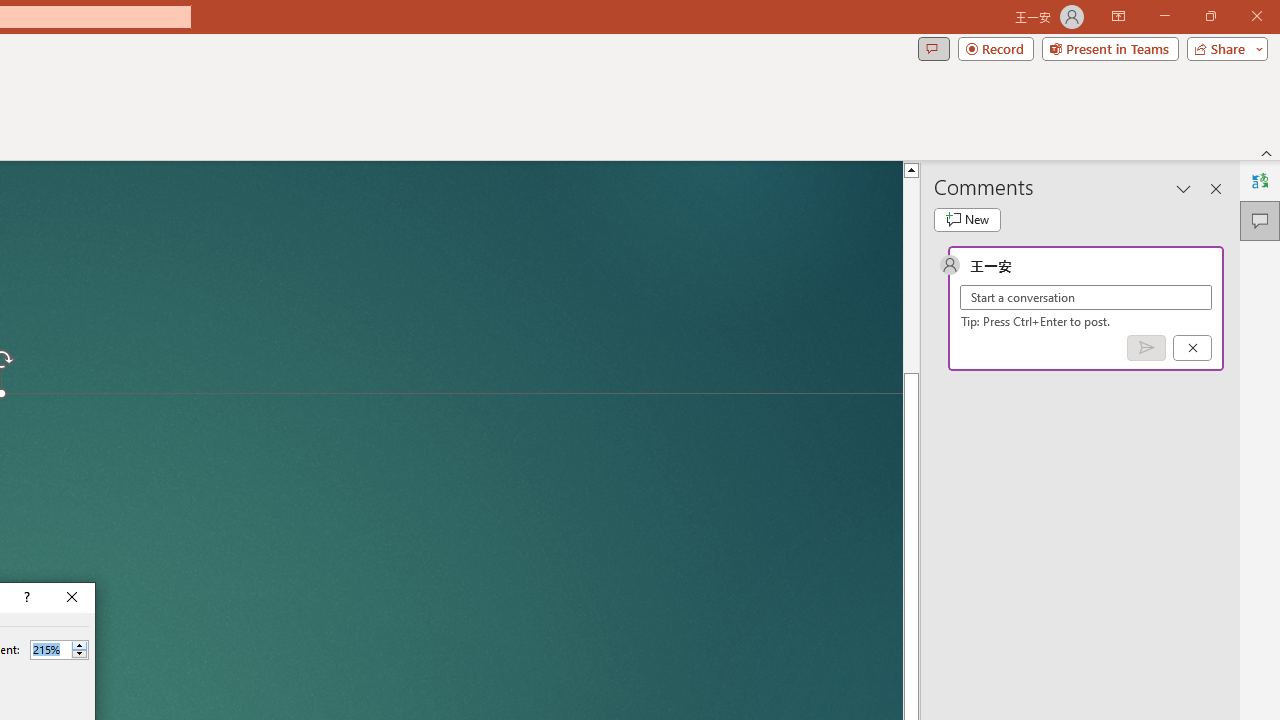 The image size is (1280, 720). I want to click on 'Percent', so click(50, 649).